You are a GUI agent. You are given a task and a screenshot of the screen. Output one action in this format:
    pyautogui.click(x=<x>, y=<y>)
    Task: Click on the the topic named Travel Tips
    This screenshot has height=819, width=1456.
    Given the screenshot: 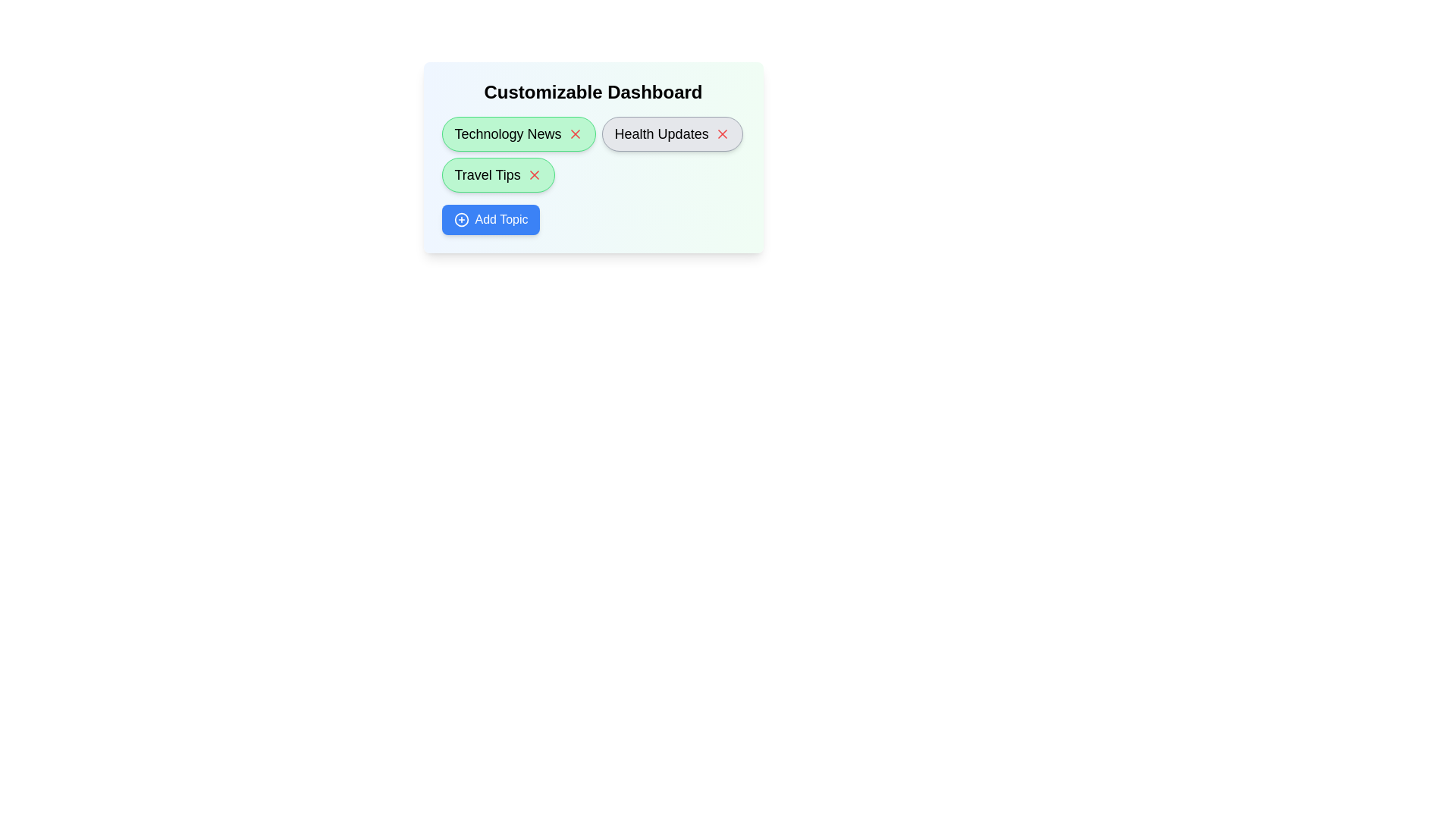 What is the action you would take?
    pyautogui.click(x=498, y=174)
    